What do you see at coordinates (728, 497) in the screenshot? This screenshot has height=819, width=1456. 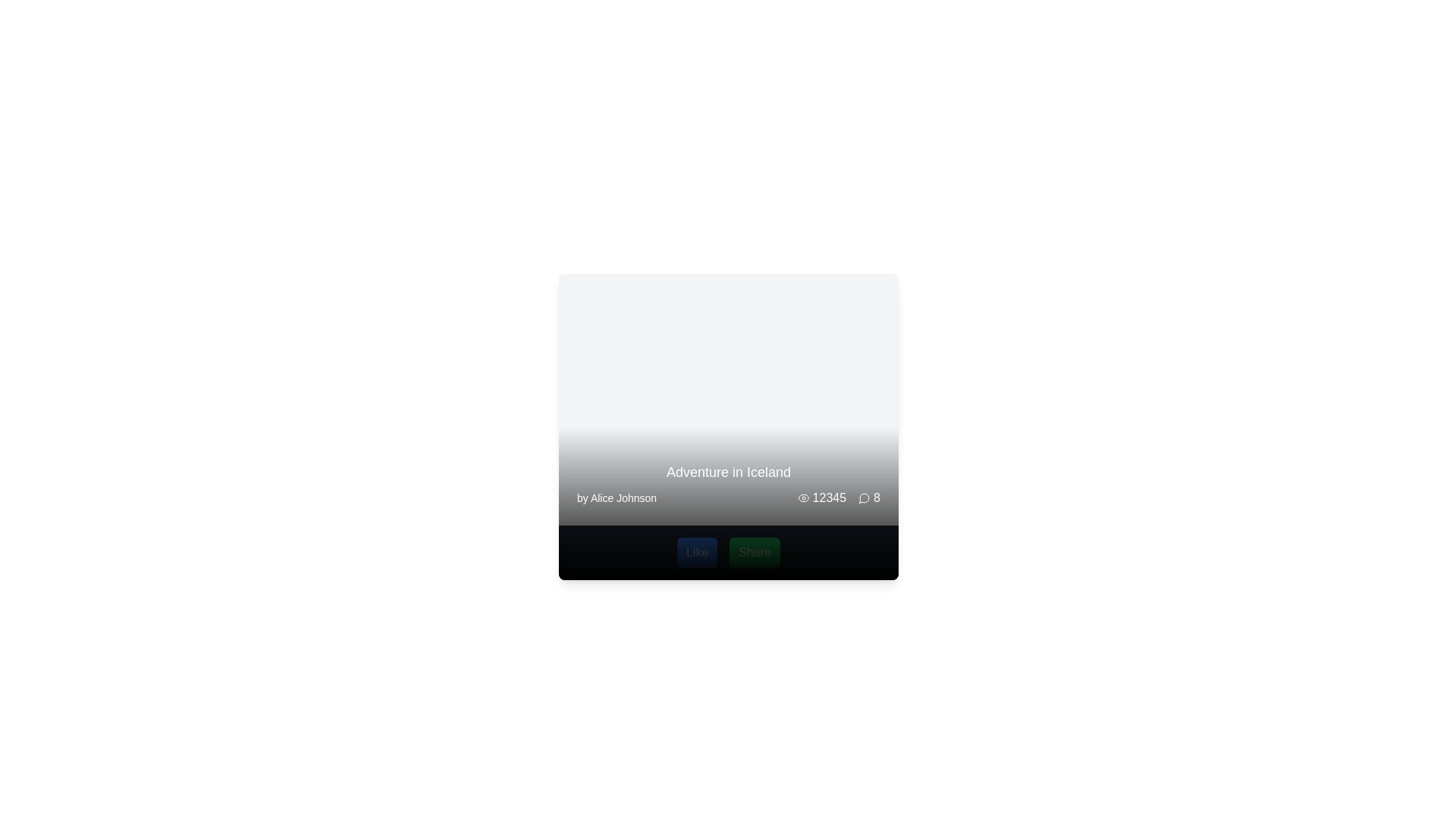 I see `the icons in the Metadata bar located below the title 'Adventure in Iceland', which provides information such as author, view count, and comment count` at bounding box center [728, 497].